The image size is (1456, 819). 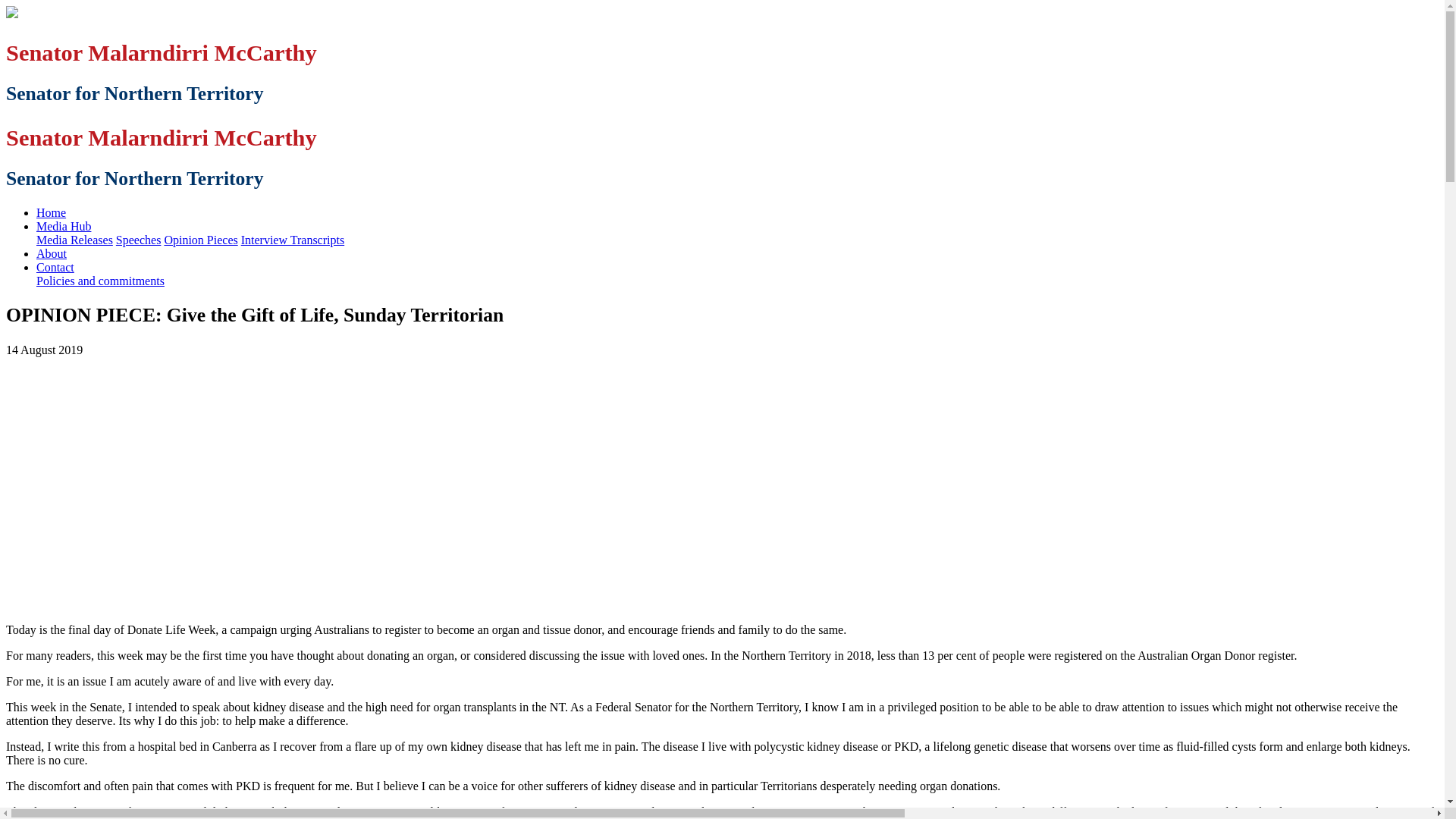 What do you see at coordinates (55, 266) in the screenshot?
I see `'Contact'` at bounding box center [55, 266].